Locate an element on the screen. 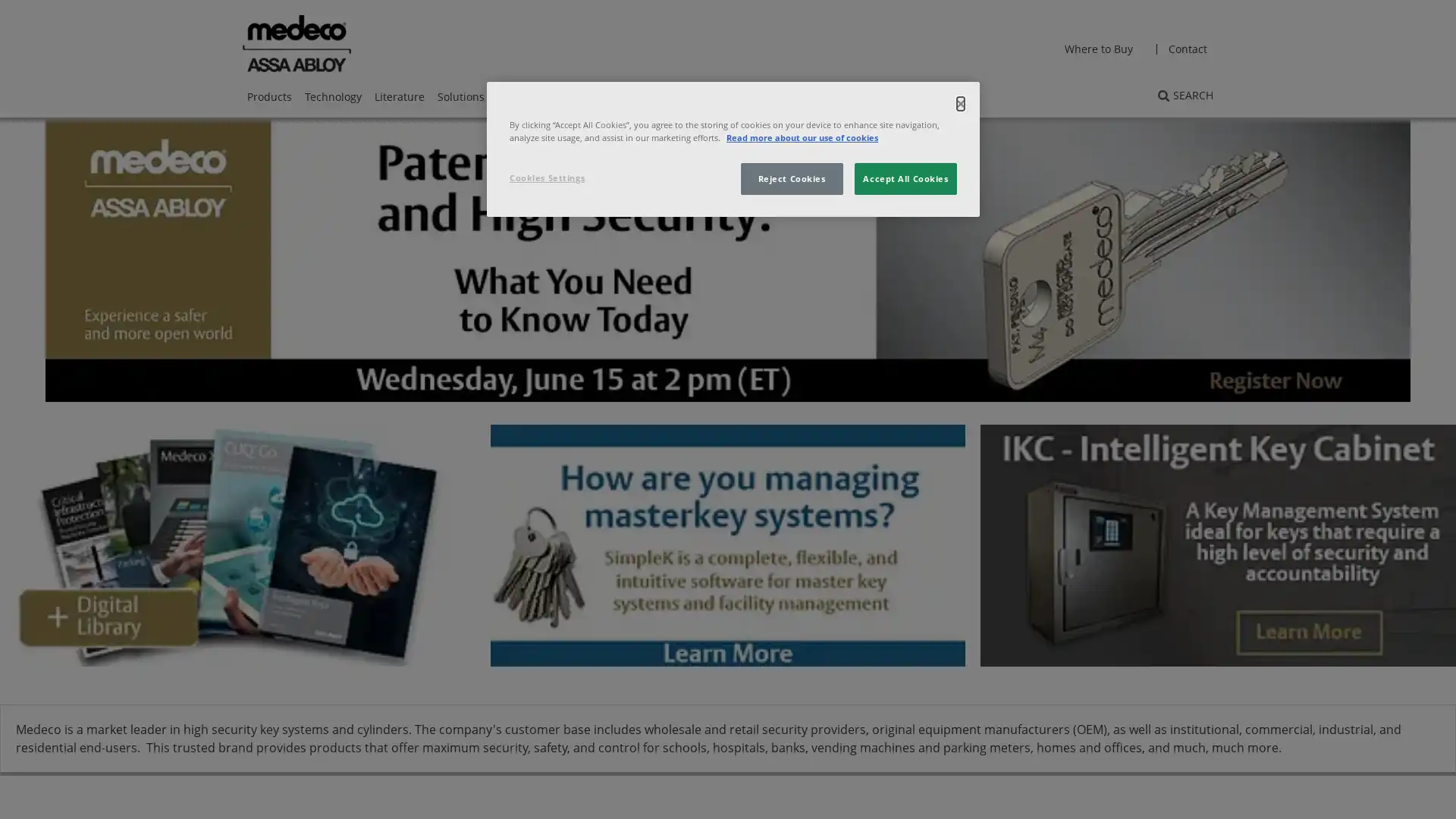  Close is located at coordinates (959, 103).